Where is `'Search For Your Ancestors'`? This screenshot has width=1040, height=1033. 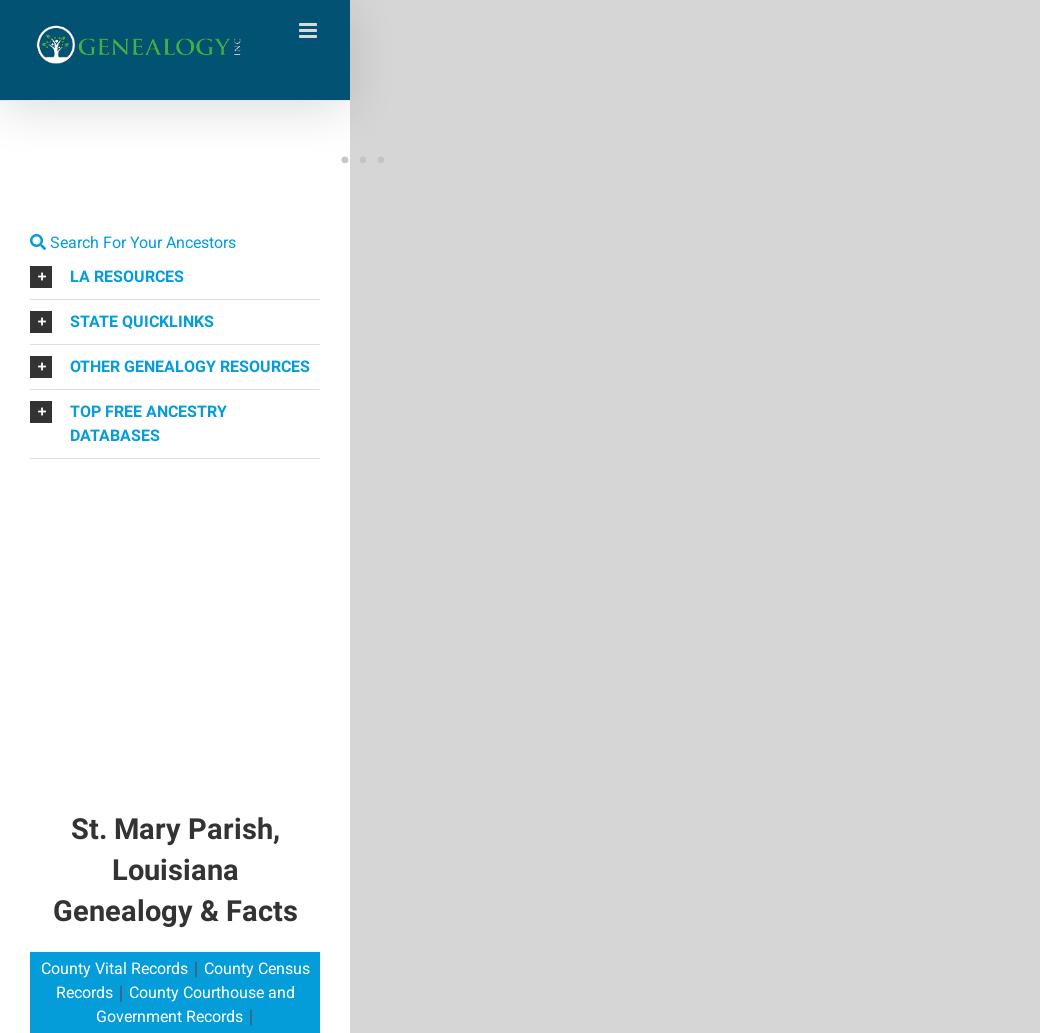 'Search For Your Ancestors' is located at coordinates (141, 240).